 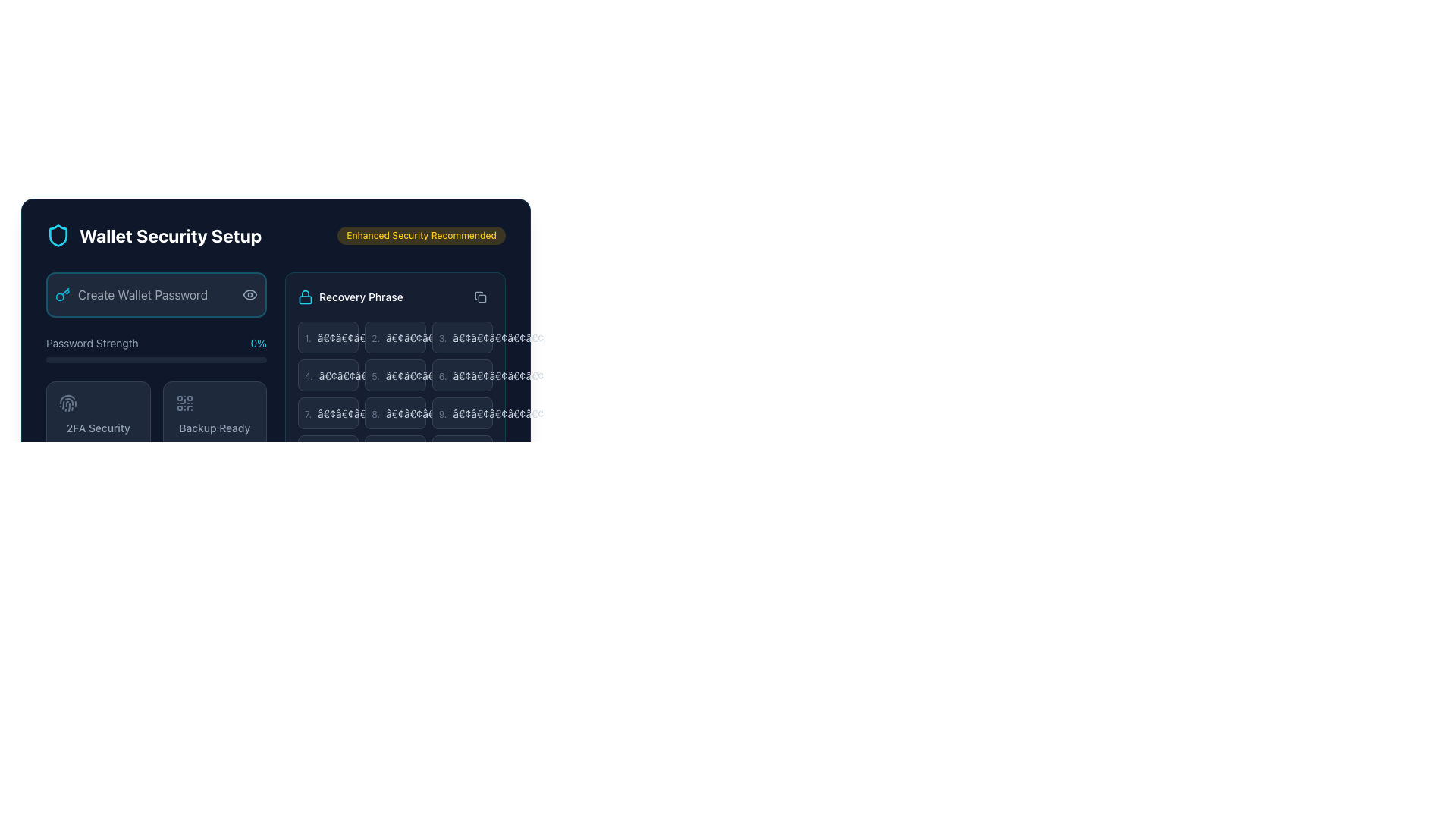 What do you see at coordinates (308, 375) in the screenshot?
I see `the text label displaying the number '4.' in light gray color, which is part of the 'Recovery Phrase' section and represents the fourth item in the list` at bounding box center [308, 375].